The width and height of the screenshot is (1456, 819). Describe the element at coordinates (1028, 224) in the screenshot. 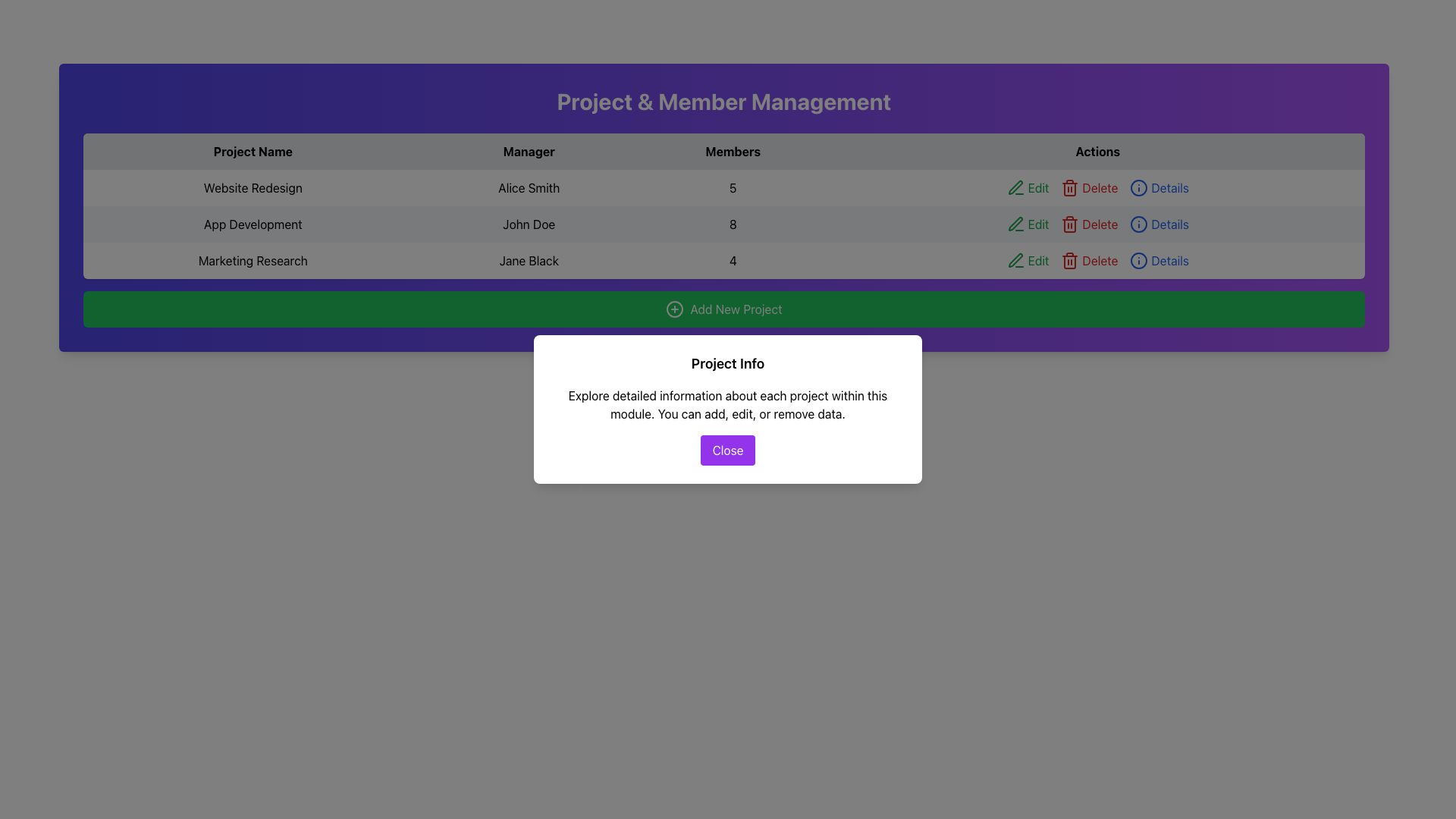

I see `the green 'Edit' button with a pen icon located in the 'Actions' column of the second row` at that location.